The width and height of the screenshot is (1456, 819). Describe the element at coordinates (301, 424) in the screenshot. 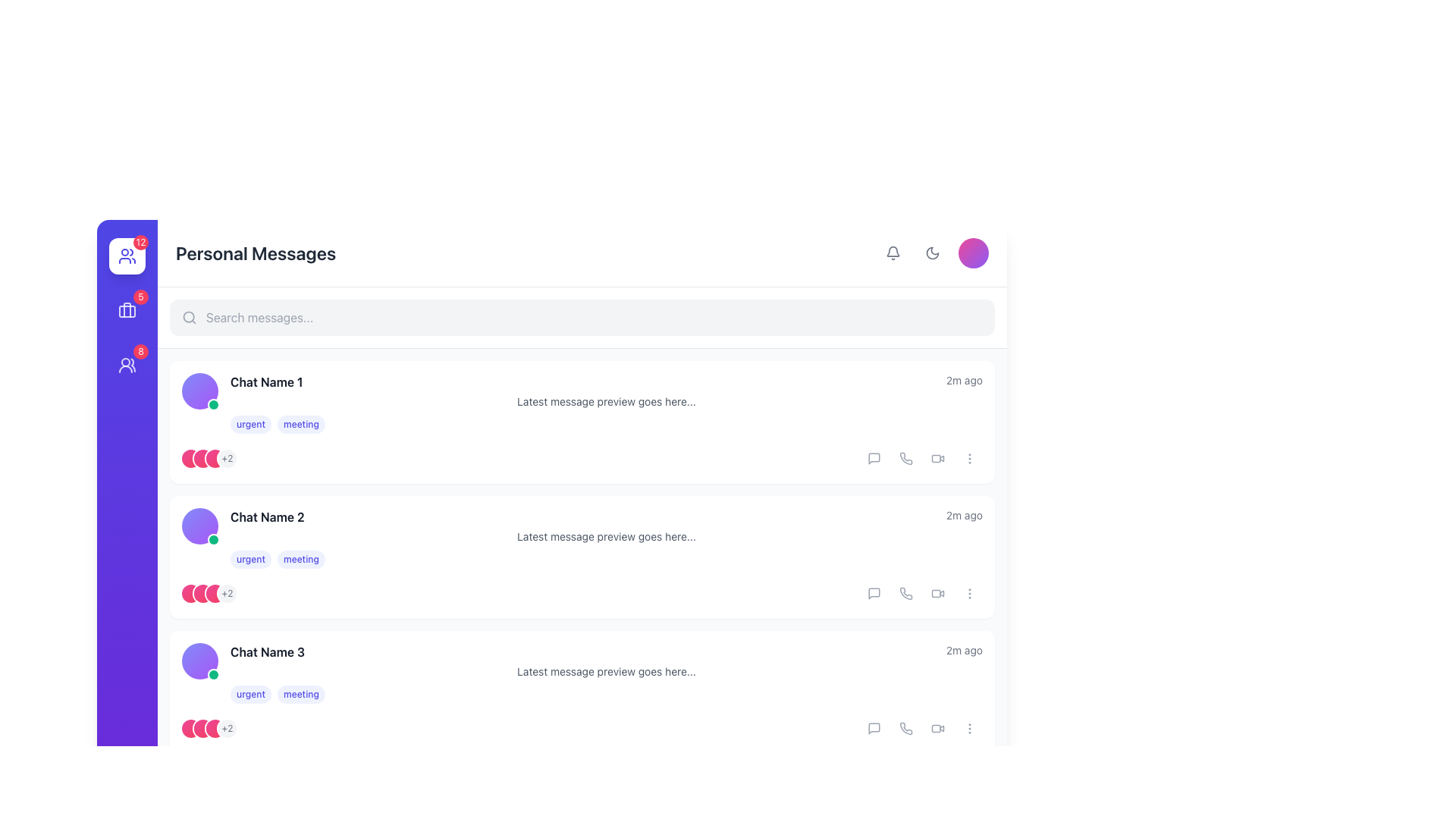

I see `the lavender pill-shaped label containing the text 'meeting', located to the right of the 'urgent' label in the chat preview row for 'Chat Name 1'` at that location.